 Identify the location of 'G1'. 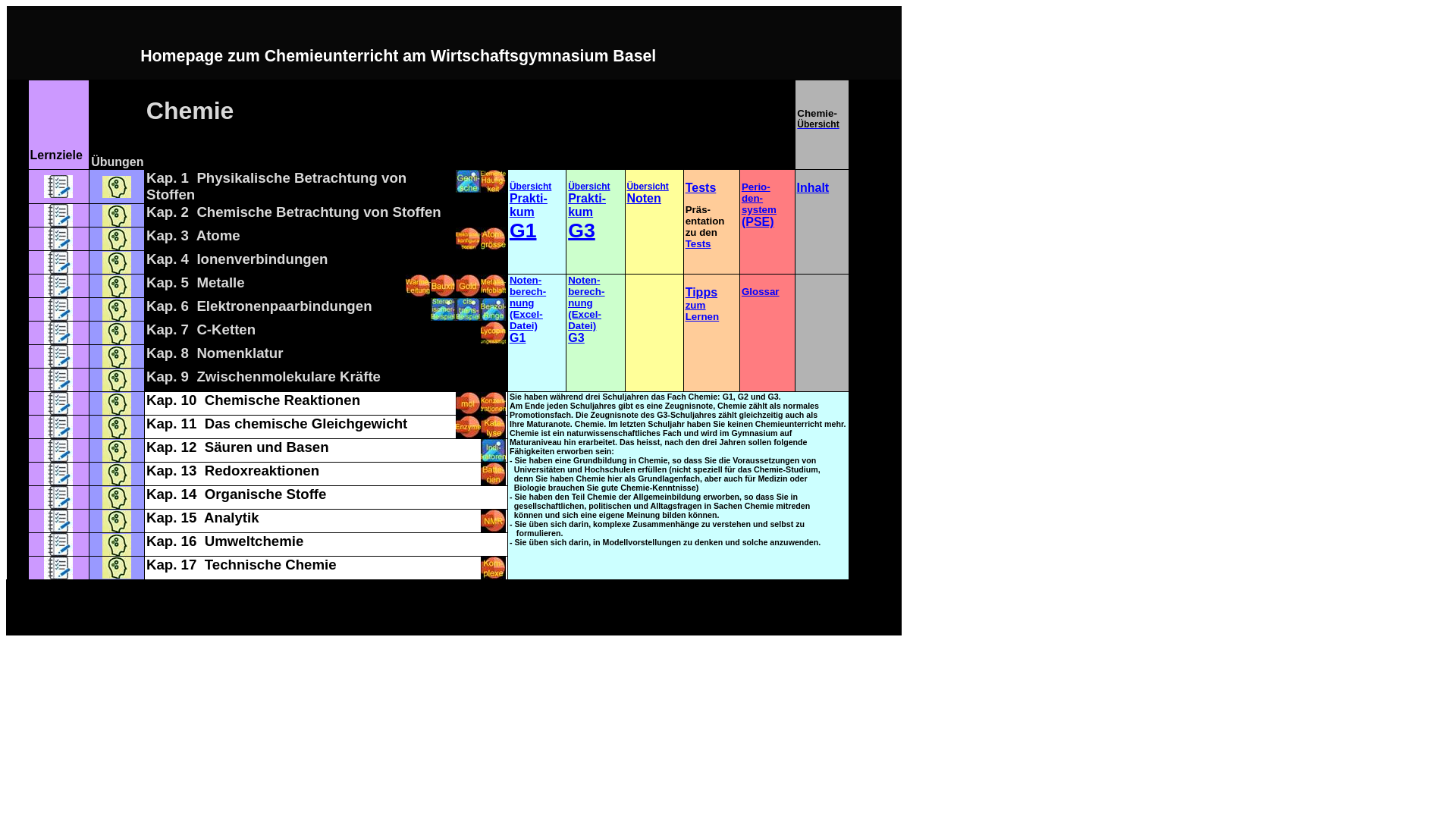
(523, 231).